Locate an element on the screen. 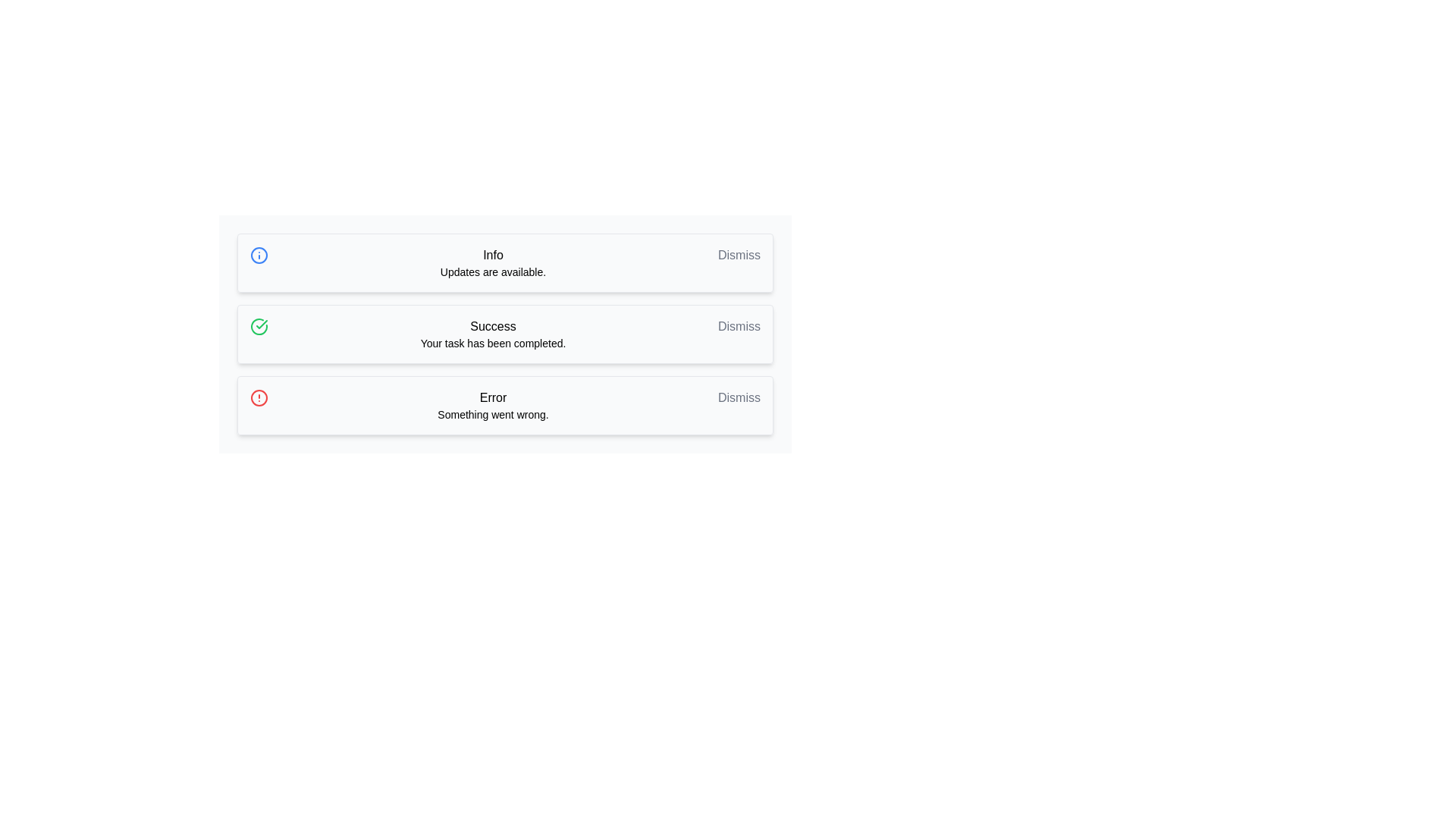  the blue-bordered circle icon with an 'i' character in the center, located at the top-left corner of the notification card, to get more information is located at coordinates (259, 254).